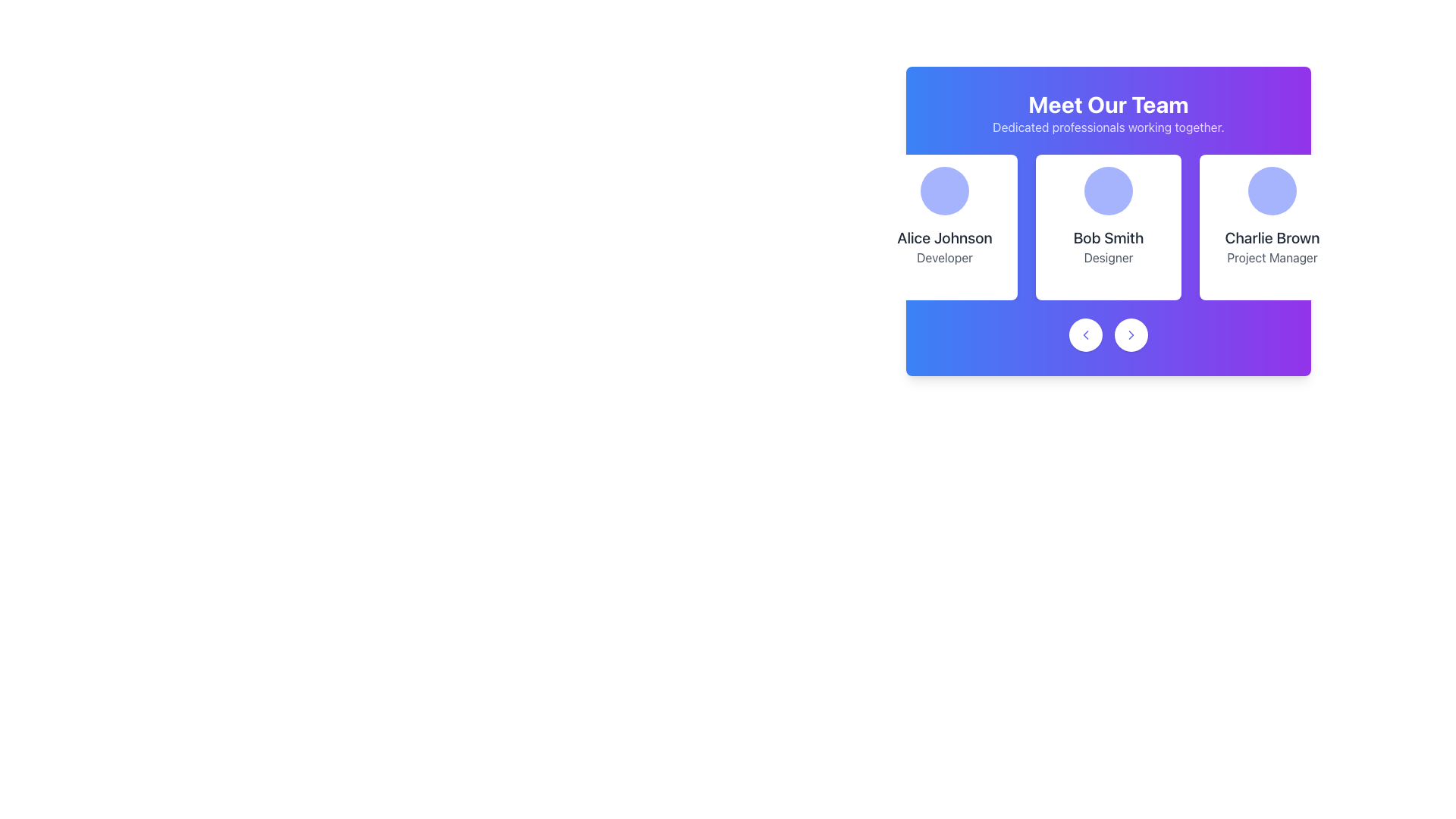 The width and height of the screenshot is (1456, 819). What do you see at coordinates (1109, 237) in the screenshot?
I see `the text label displaying the name of a team member in the middle of the team profile card` at bounding box center [1109, 237].